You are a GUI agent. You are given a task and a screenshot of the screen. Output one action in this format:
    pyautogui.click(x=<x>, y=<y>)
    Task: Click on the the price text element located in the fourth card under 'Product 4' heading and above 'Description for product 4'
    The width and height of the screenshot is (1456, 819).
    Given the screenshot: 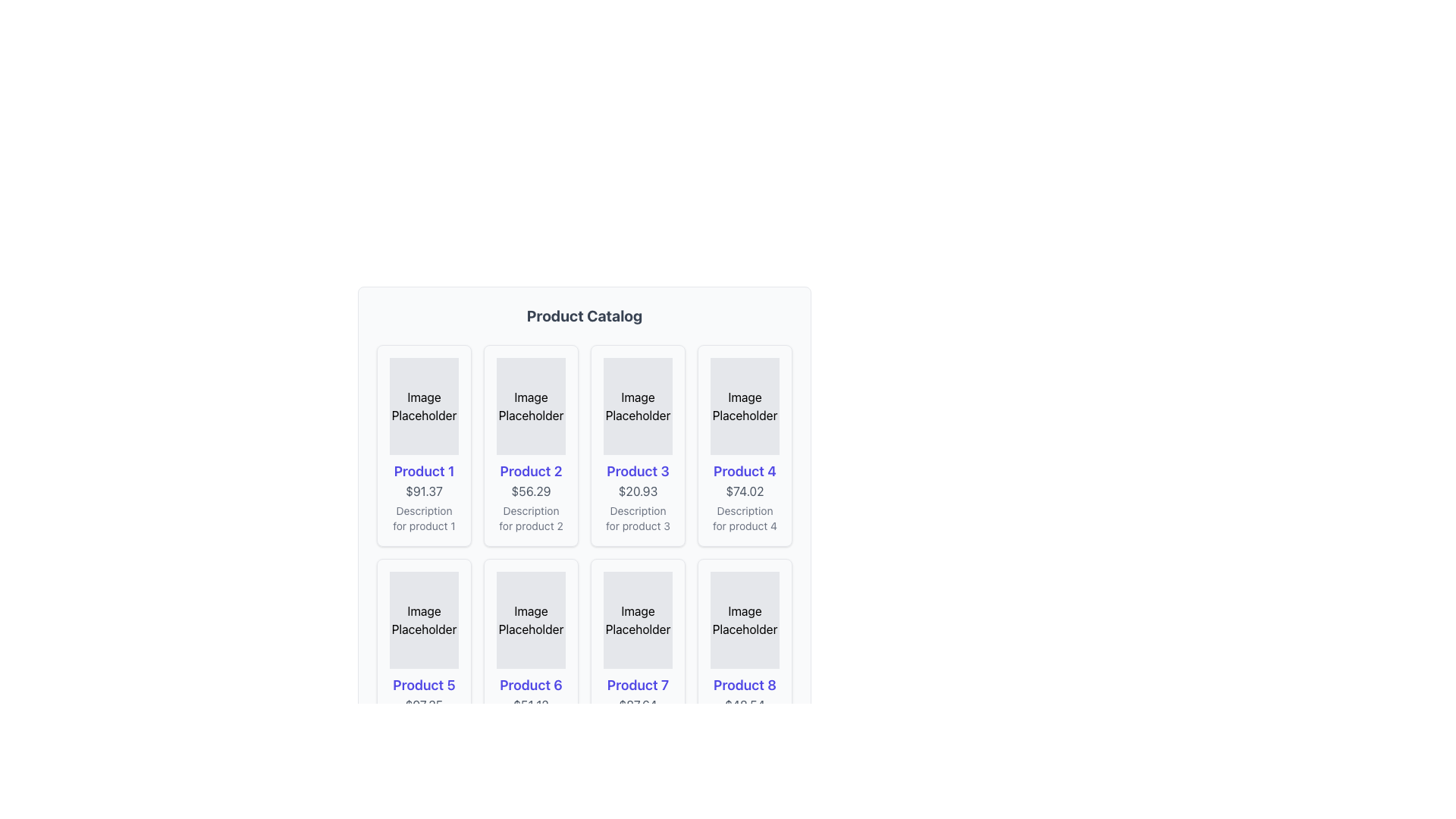 What is the action you would take?
    pyautogui.click(x=745, y=491)
    